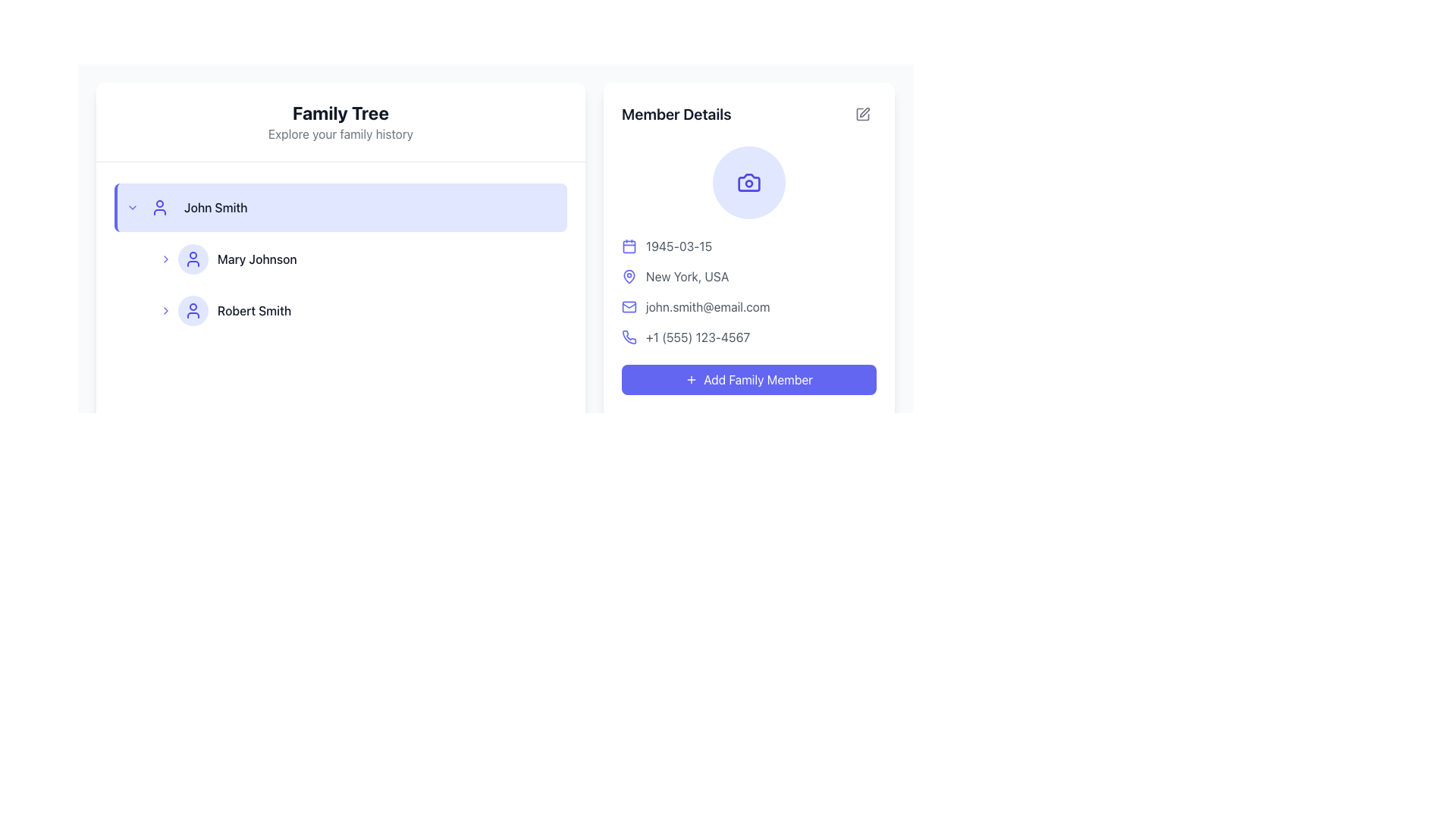 Image resolution: width=1456 pixels, height=819 pixels. What do you see at coordinates (862, 113) in the screenshot?
I see `the icon button styled as a pen and square, located in the top-right corner of the 'Member Details' section` at bounding box center [862, 113].